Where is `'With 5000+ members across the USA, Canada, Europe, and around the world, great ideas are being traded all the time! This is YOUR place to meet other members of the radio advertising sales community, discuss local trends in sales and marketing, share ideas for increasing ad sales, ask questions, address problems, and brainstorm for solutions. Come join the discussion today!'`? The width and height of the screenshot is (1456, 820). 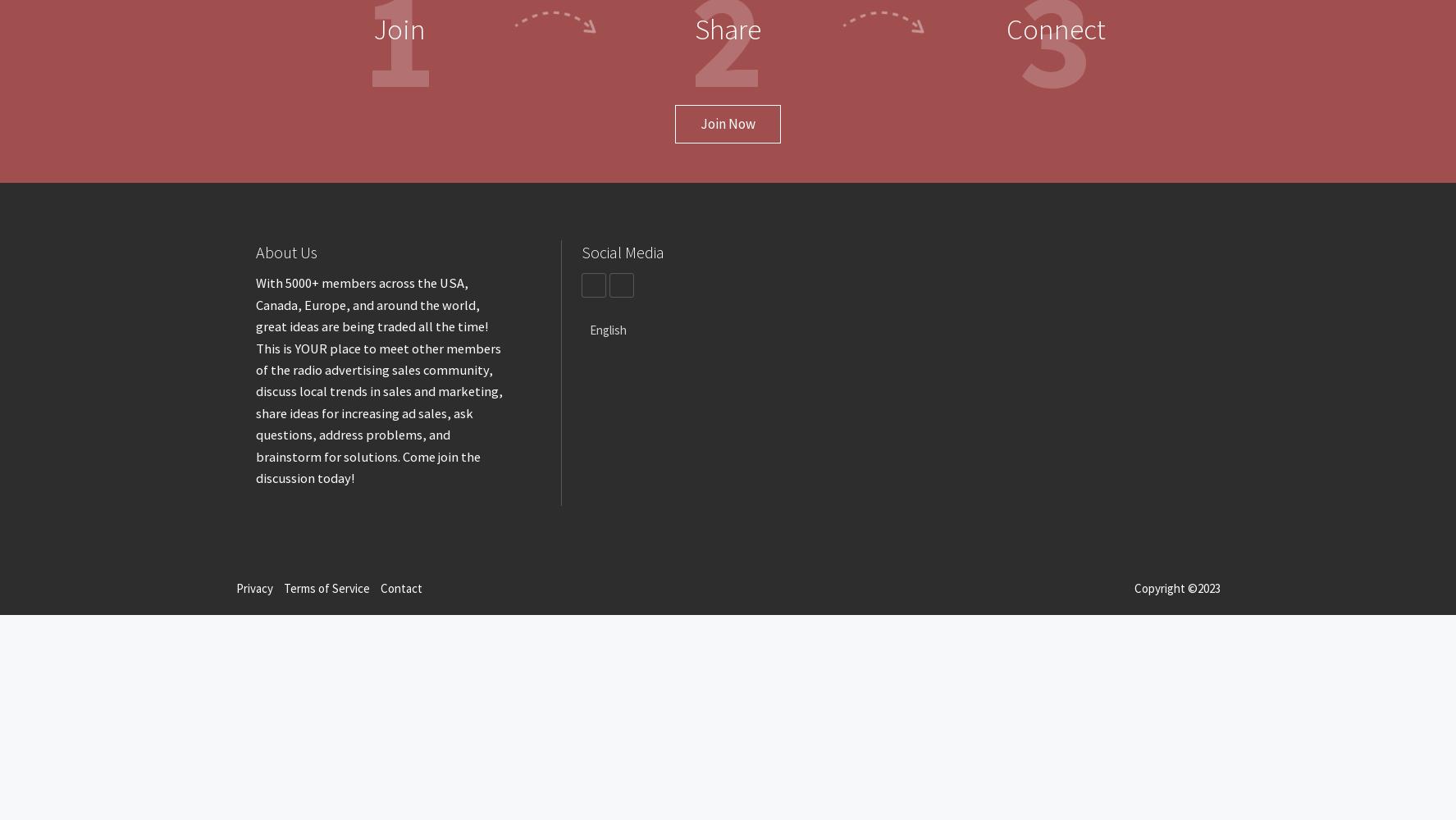
'With 5000+ members across the USA, Canada, Europe, and around the world, great ideas are being traded all the time! This is YOUR place to meet other members of the radio advertising sales community, discuss local trends in sales and marketing, share ideas for increasing ad sales, ask questions, address problems, and brainstorm for solutions. Come join the discussion today!' is located at coordinates (378, 380).